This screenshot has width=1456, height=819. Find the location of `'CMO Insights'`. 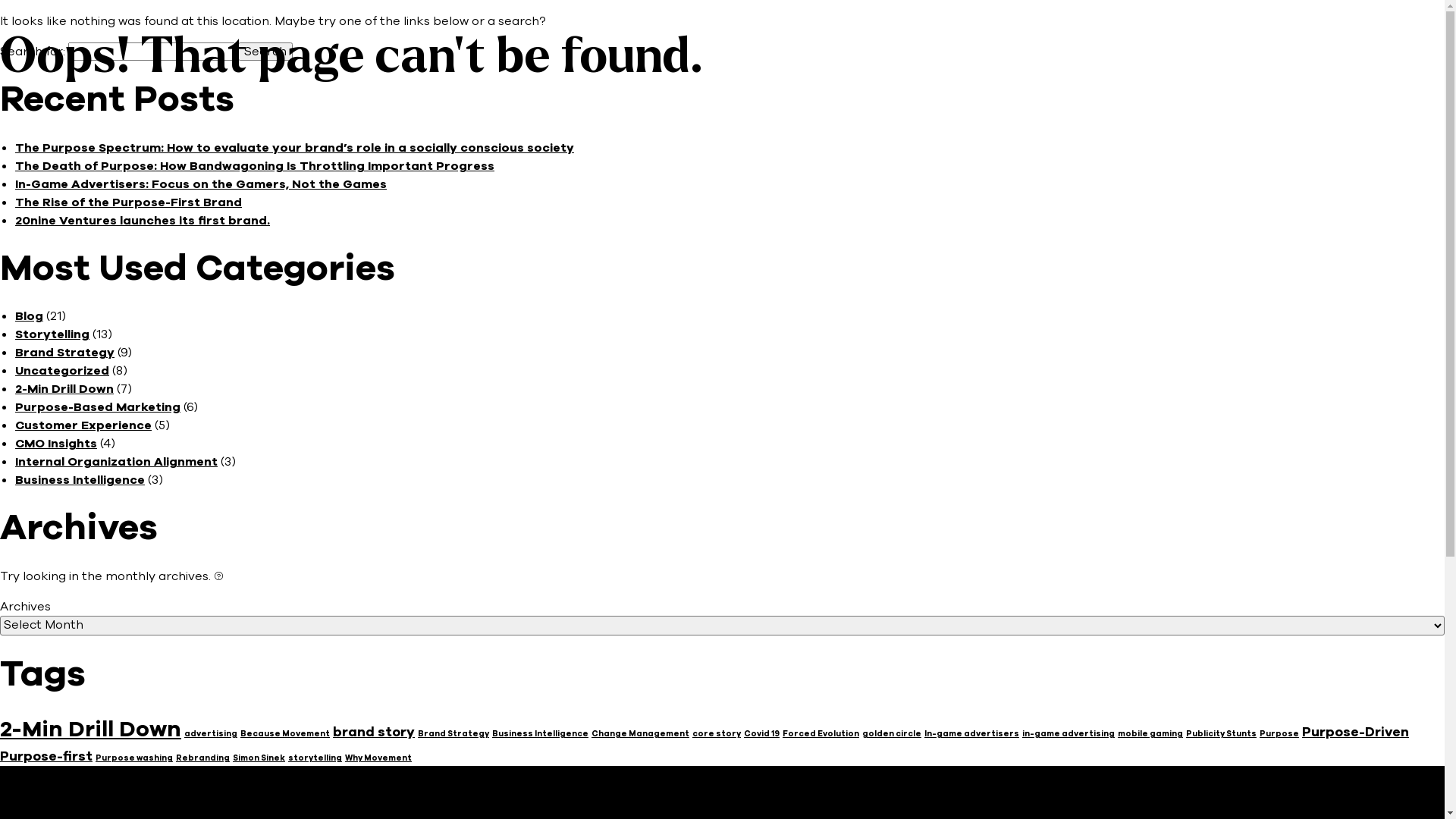

'CMO Insights' is located at coordinates (55, 444).